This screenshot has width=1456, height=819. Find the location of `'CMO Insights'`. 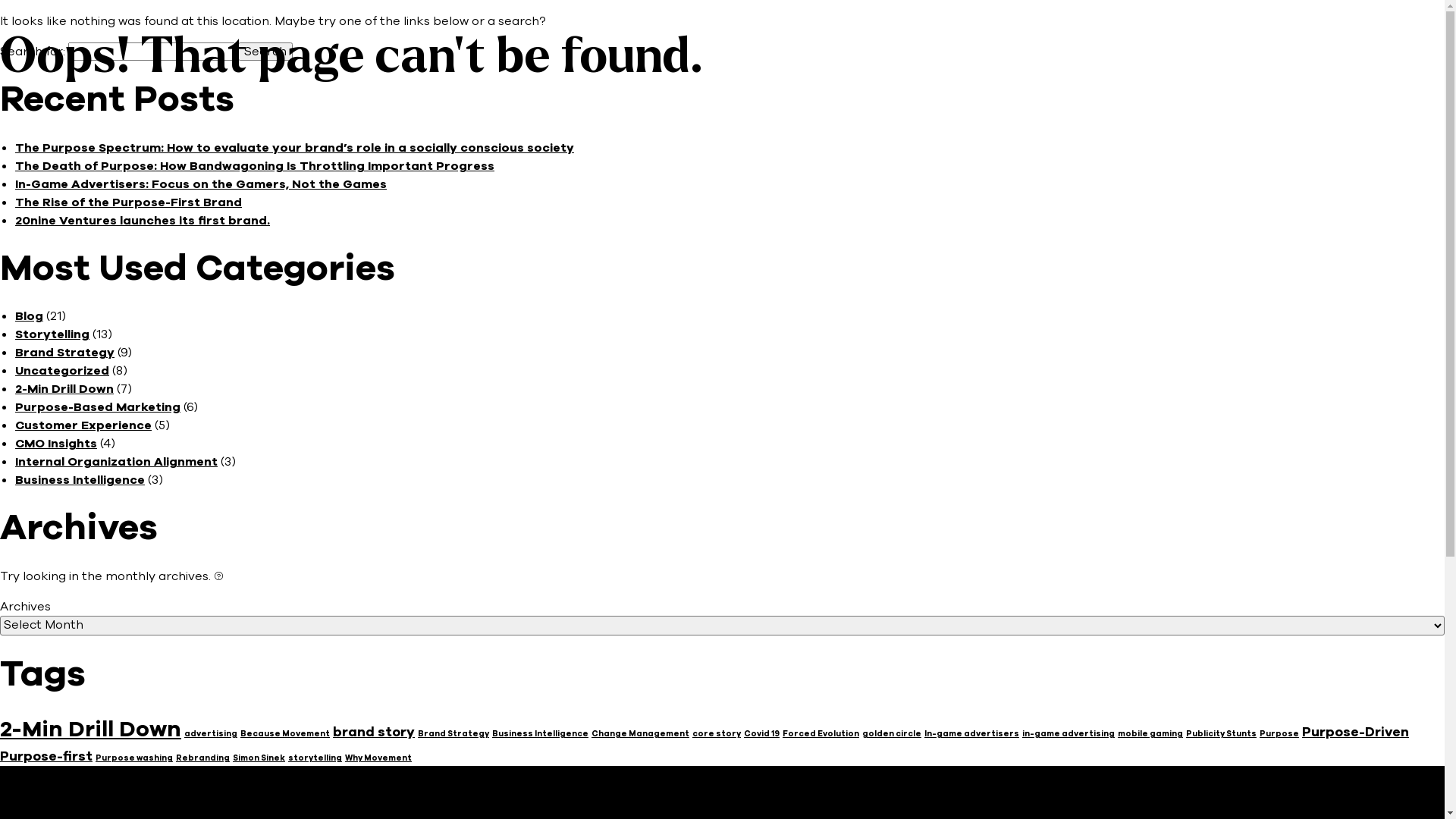

'CMO Insights' is located at coordinates (55, 444).